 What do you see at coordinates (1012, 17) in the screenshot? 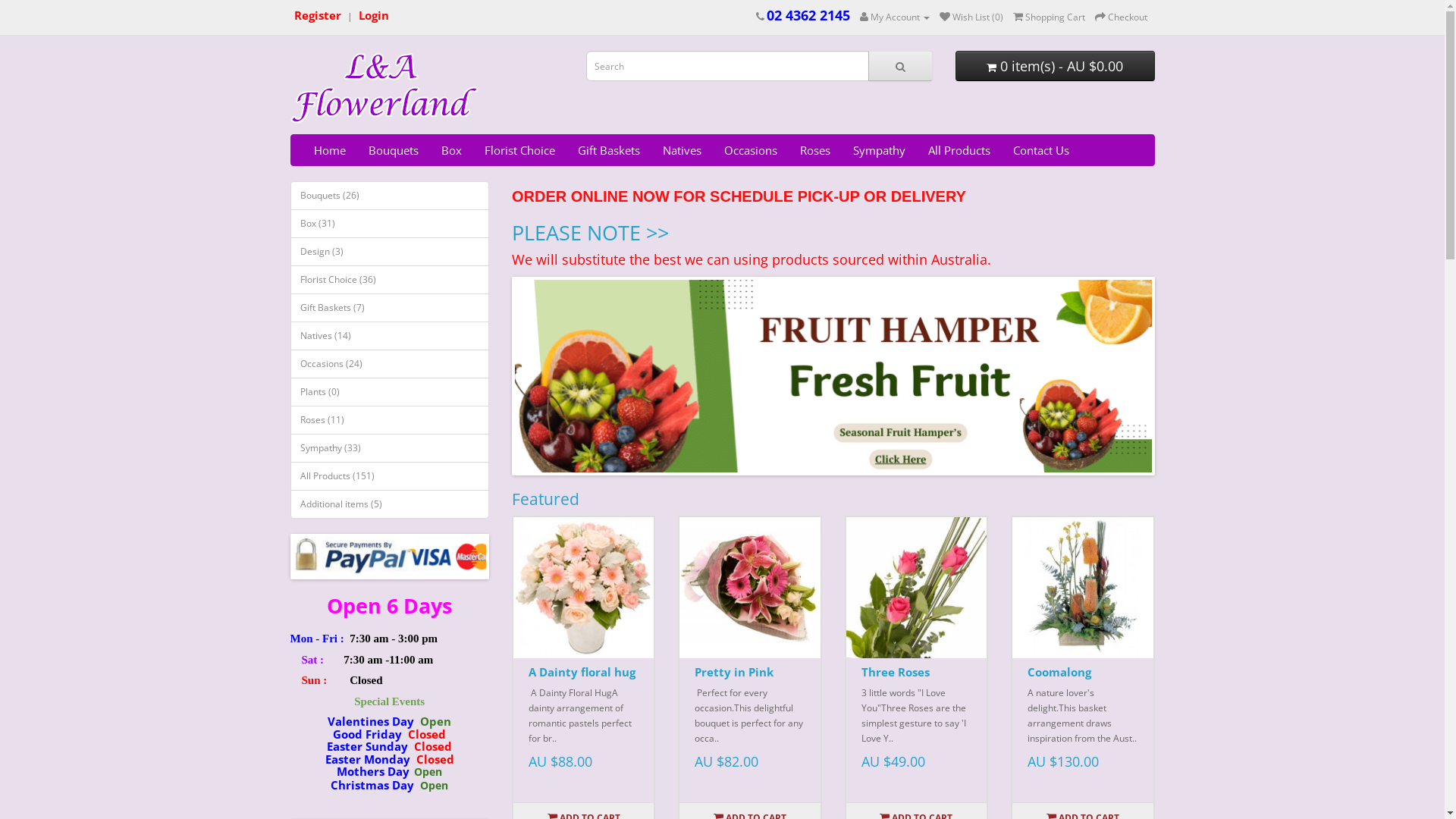
I see `'Shopping Cart'` at bounding box center [1012, 17].